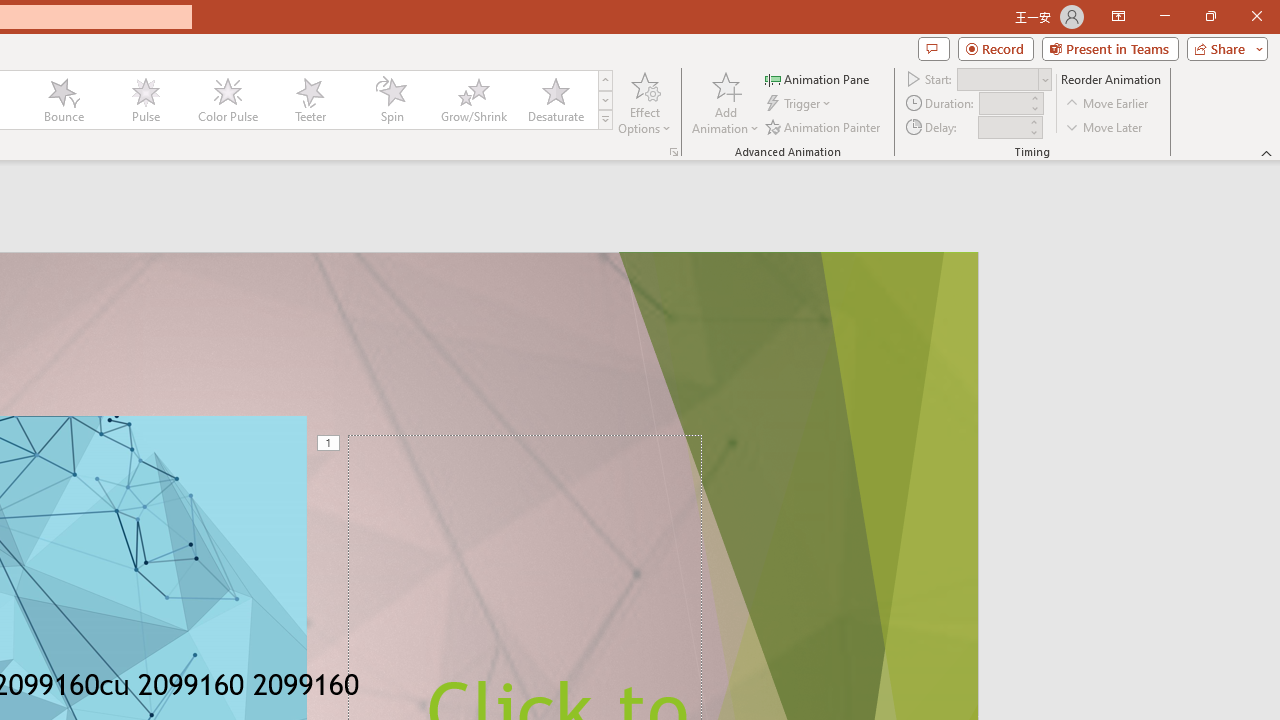 The image size is (1280, 720). I want to click on 'Animation Styles', so click(604, 120).